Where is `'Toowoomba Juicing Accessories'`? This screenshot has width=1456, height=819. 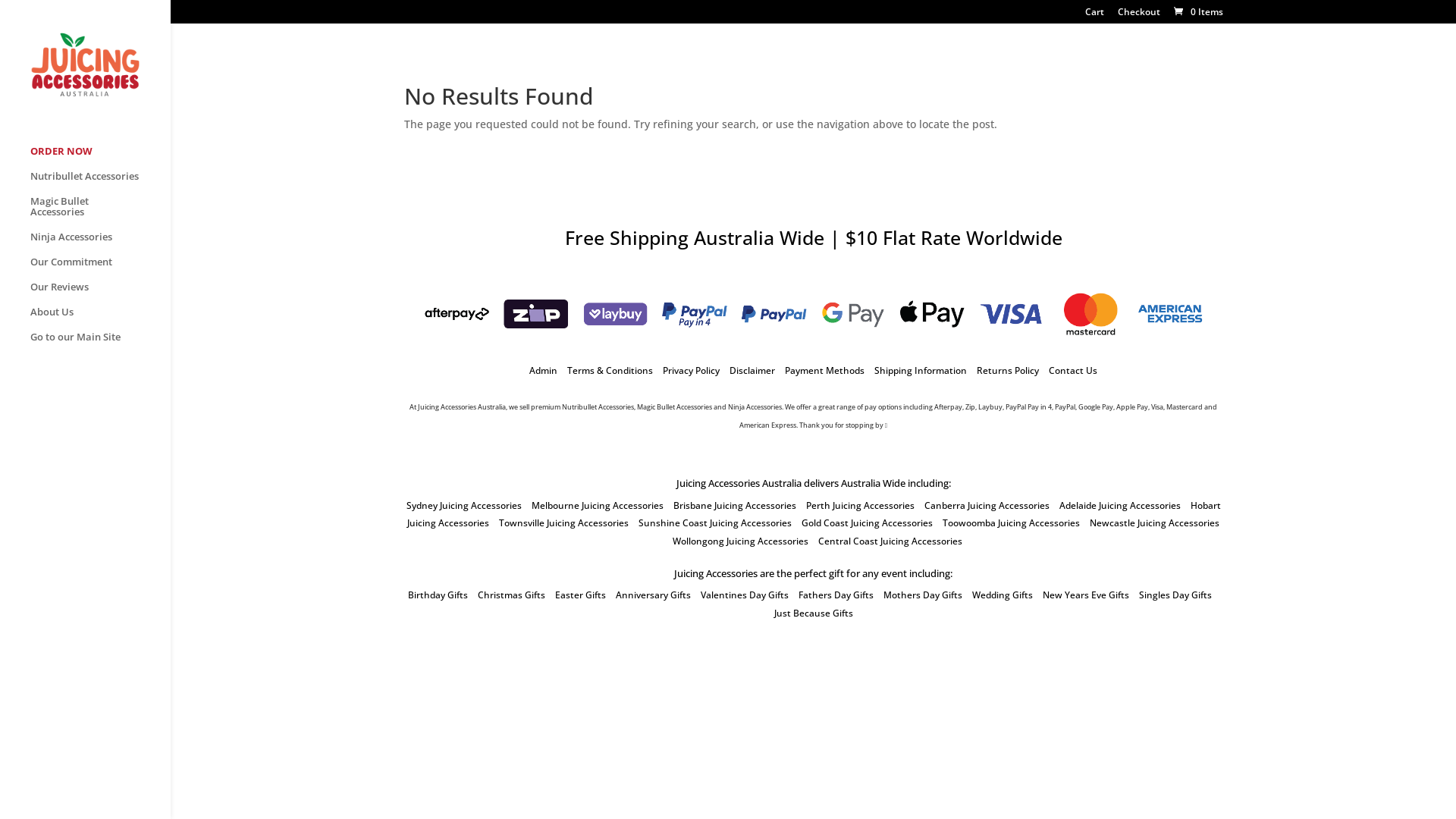 'Toowoomba Juicing Accessories' is located at coordinates (1011, 522).